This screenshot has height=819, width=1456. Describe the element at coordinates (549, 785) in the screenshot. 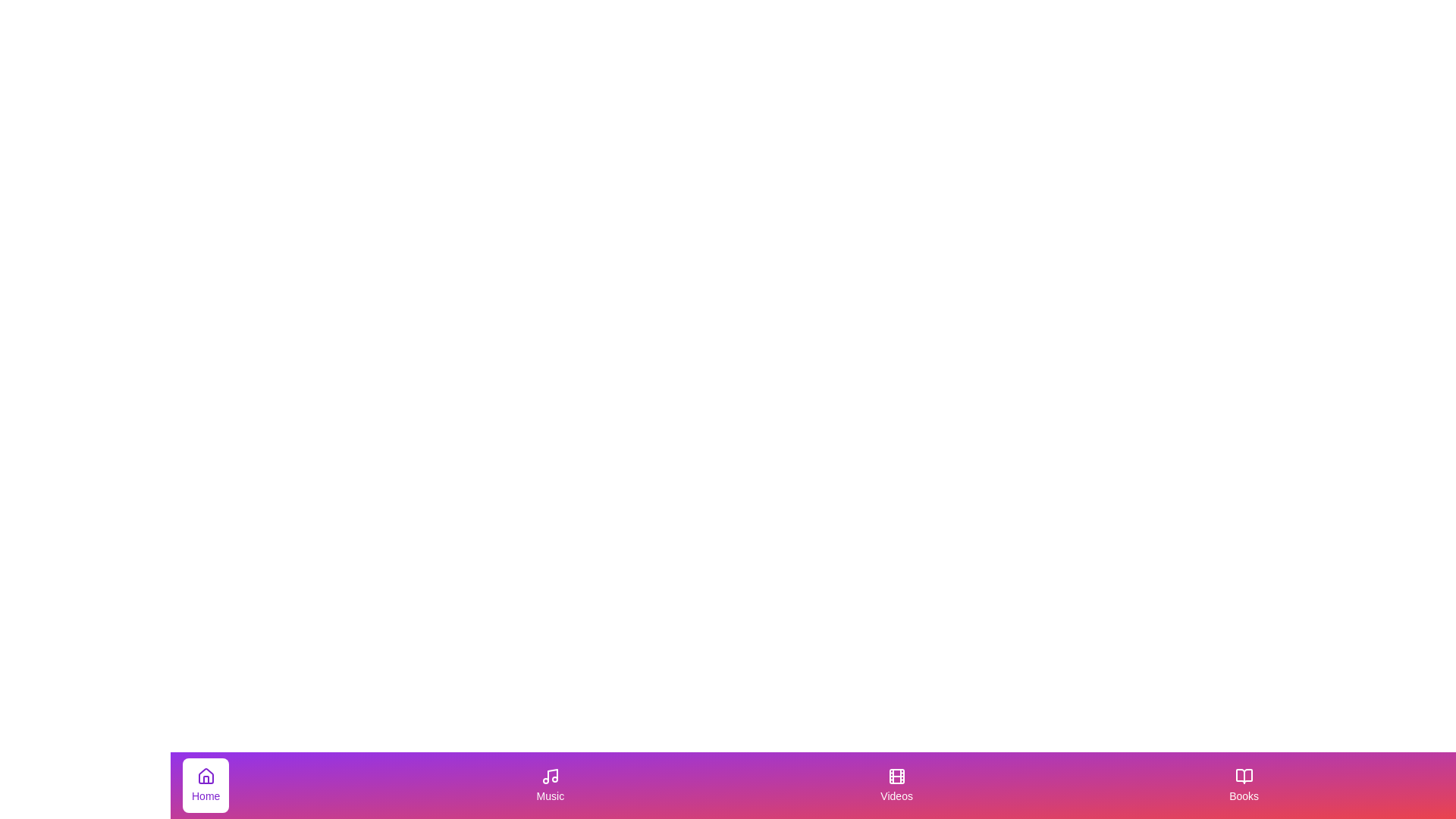

I see `the tab with label Music` at that location.